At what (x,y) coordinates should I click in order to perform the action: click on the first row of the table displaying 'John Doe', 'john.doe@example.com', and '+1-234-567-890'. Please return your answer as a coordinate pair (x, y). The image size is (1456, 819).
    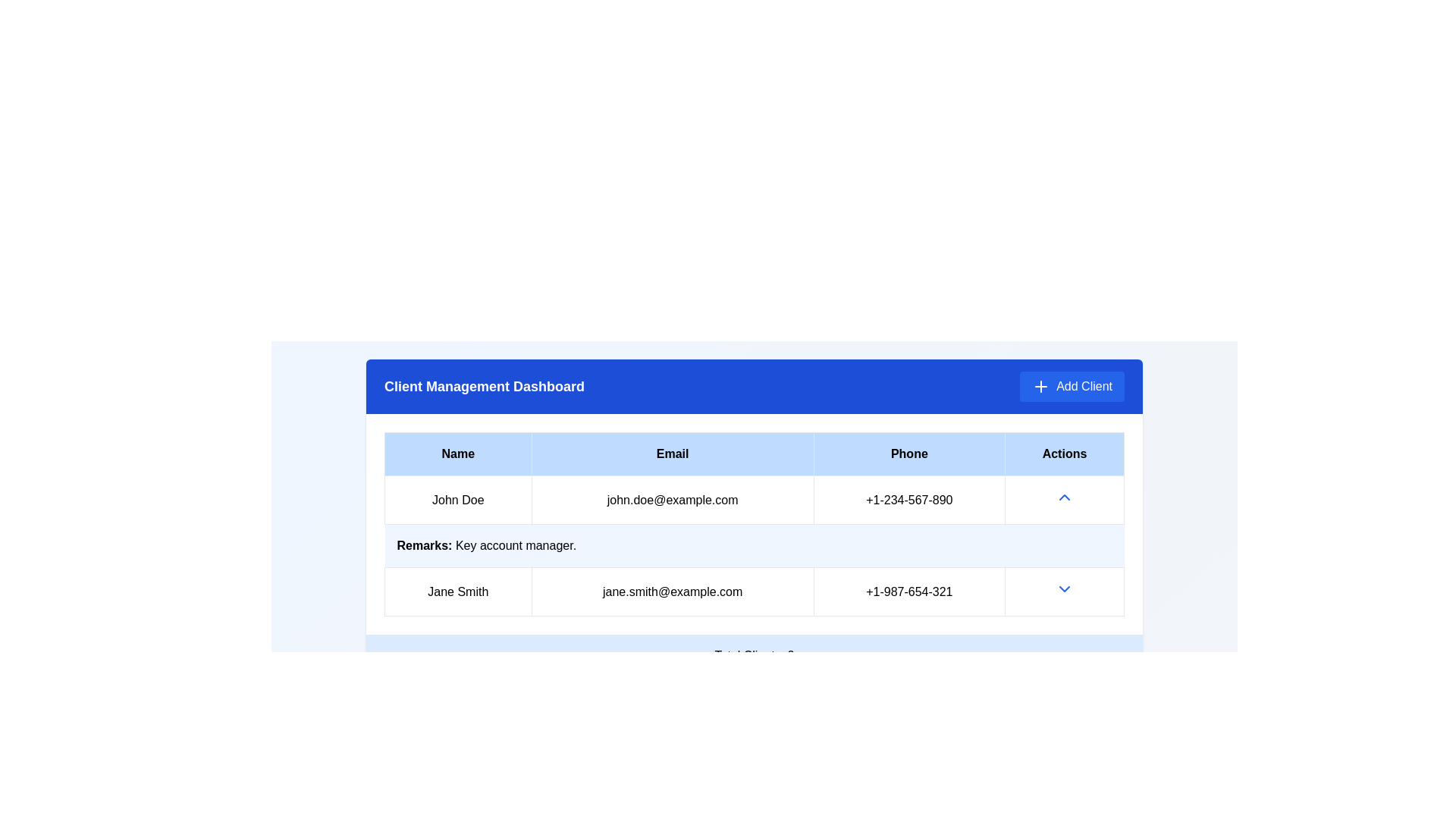
    Looking at the image, I should click on (754, 500).